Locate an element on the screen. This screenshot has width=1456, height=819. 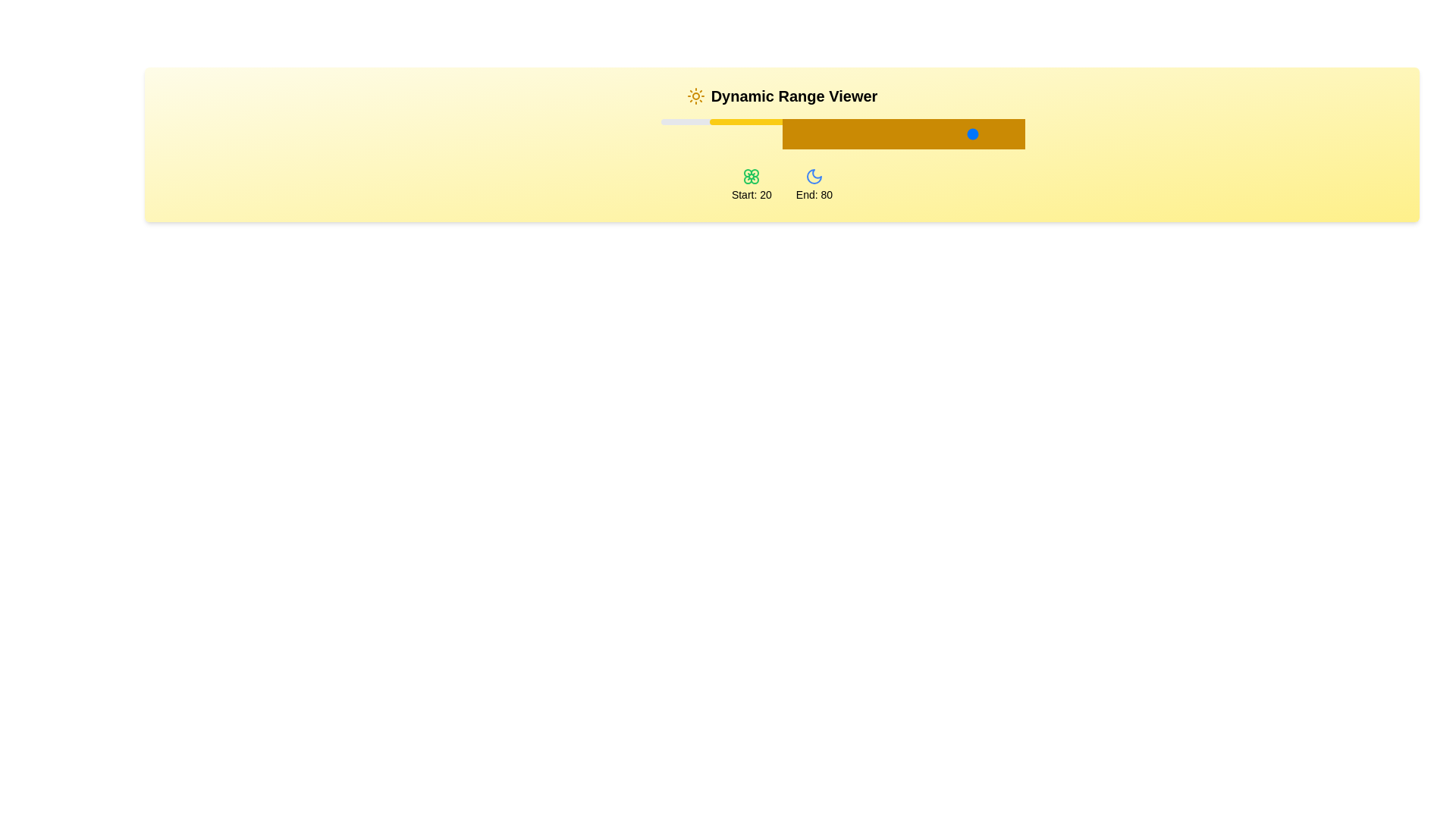
the slider is located at coordinates (864, 121).